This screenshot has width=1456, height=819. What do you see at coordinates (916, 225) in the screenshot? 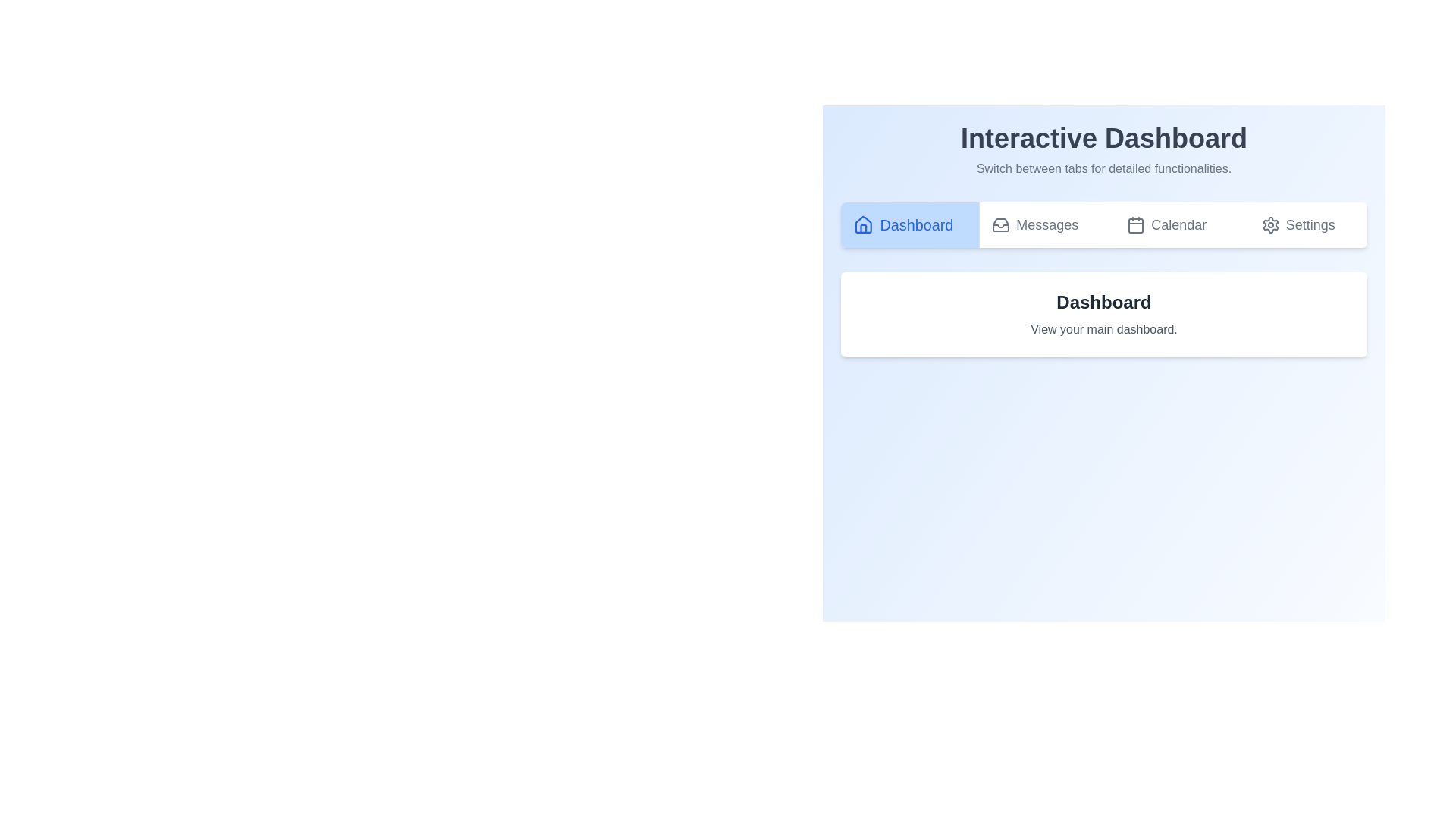
I see `text 'Dashboard' displayed in blue color within the navigation button` at bounding box center [916, 225].